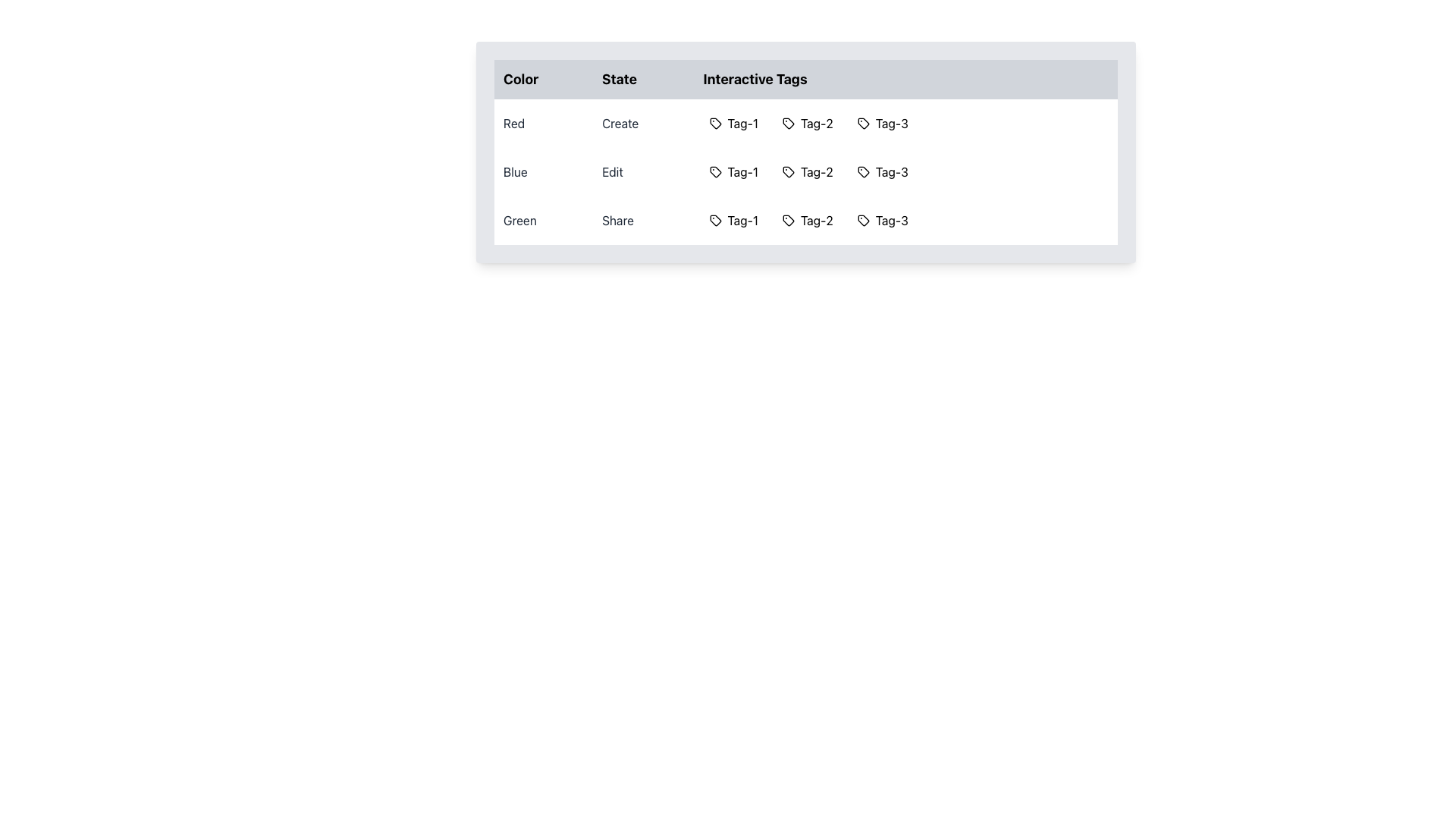 The width and height of the screenshot is (1456, 819). I want to click on the initial tag, so click(714, 220).